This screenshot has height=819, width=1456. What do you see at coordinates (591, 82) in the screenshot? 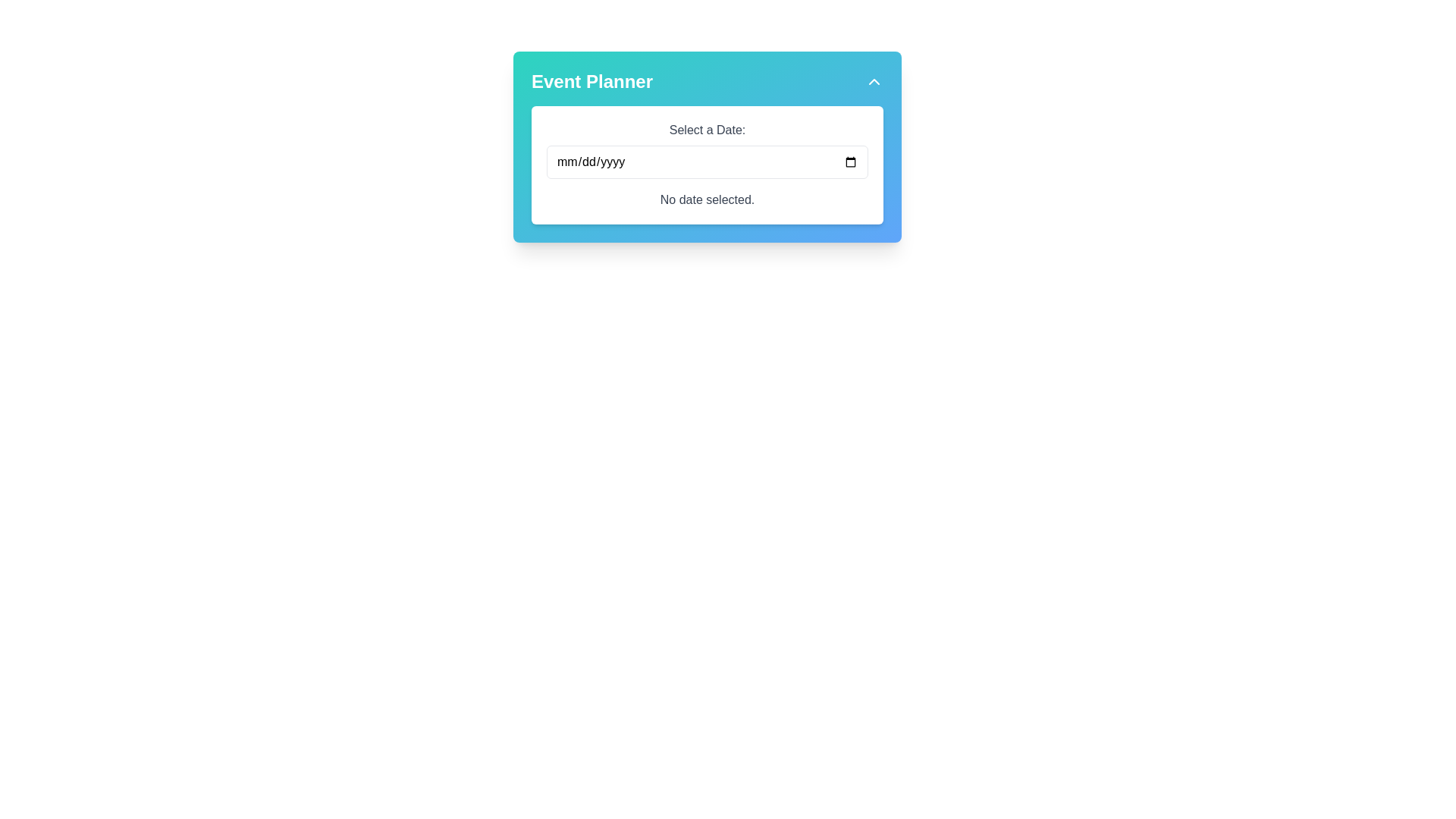
I see `the bold text label element displaying 'Event Planner', which is styled with a large font size and white text color, located in the upper section of the interface against a blue gradient background` at bounding box center [591, 82].